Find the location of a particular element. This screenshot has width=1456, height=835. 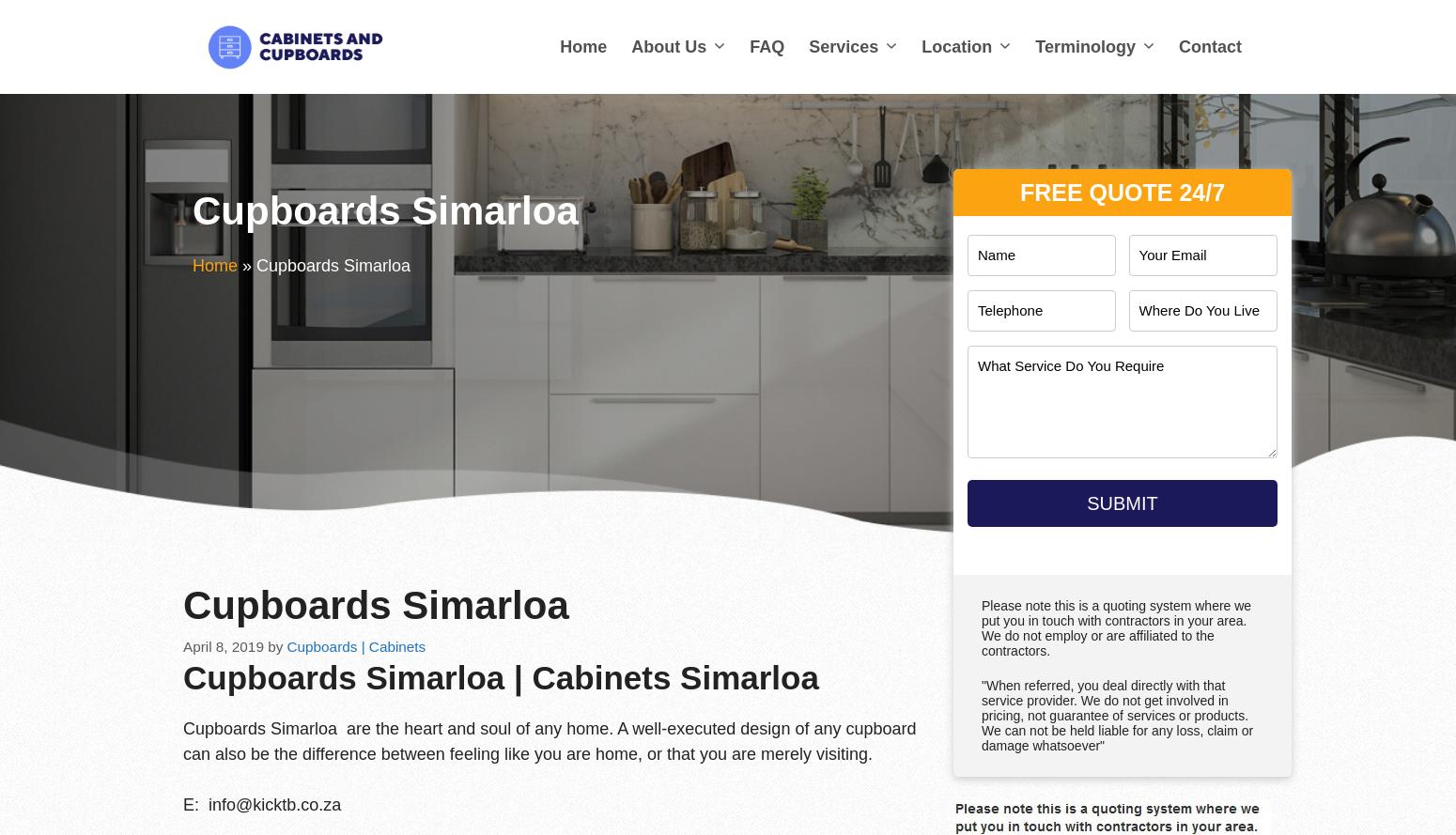

'Free Quote 24/7' is located at coordinates (1122, 192).